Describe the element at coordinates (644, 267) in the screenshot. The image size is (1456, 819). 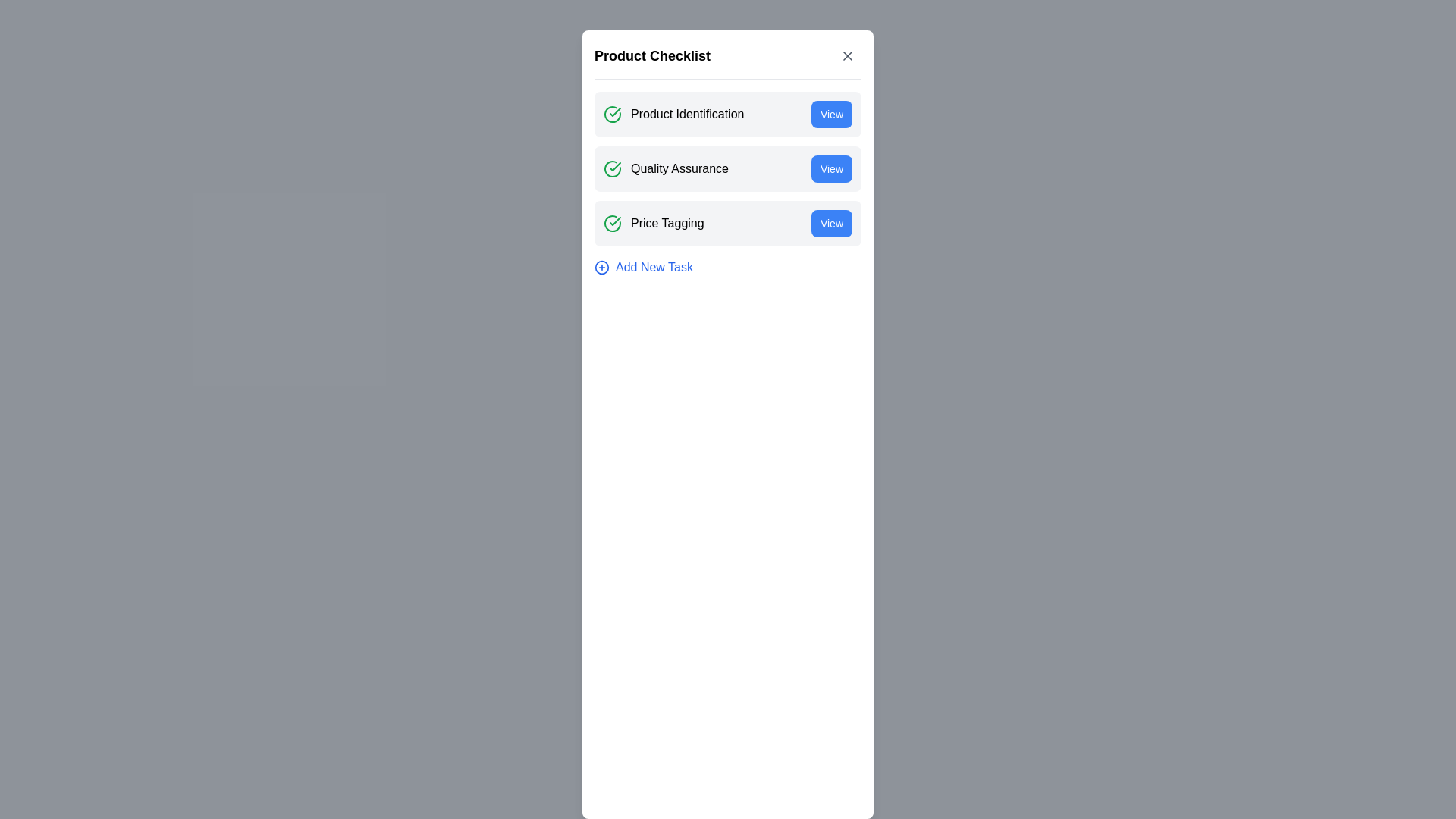
I see `the 'Add New Task' button located at the bottom of the task list for accessibility navigation` at that location.